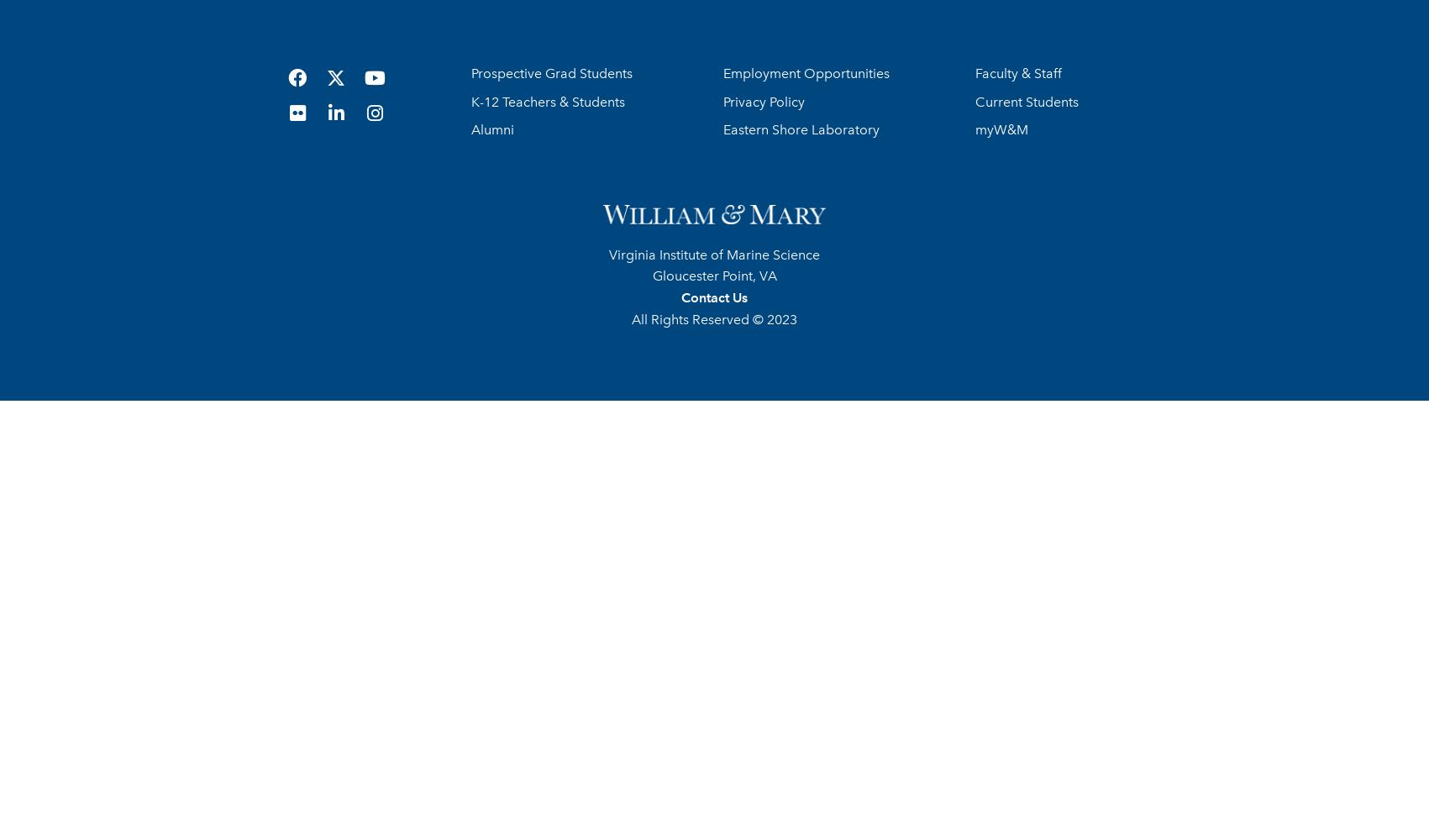 The image size is (1429, 840). I want to click on '2023', so click(780, 318).